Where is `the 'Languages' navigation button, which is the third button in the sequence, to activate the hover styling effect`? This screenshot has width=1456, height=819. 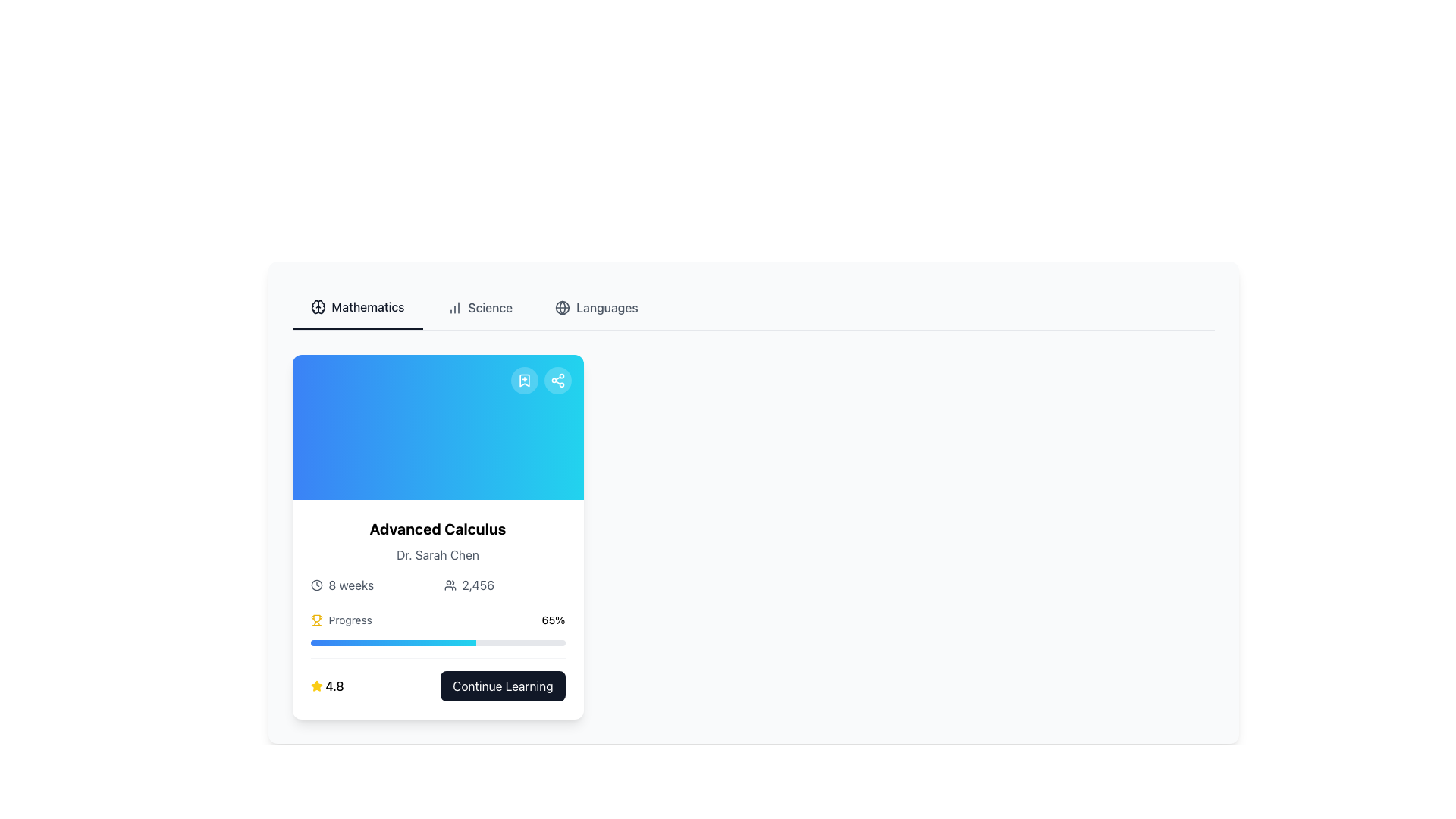
the 'Languages' navigation button, which is the third button in the sequence, to activate the hover styling effect is located at coordinates (596, 307).